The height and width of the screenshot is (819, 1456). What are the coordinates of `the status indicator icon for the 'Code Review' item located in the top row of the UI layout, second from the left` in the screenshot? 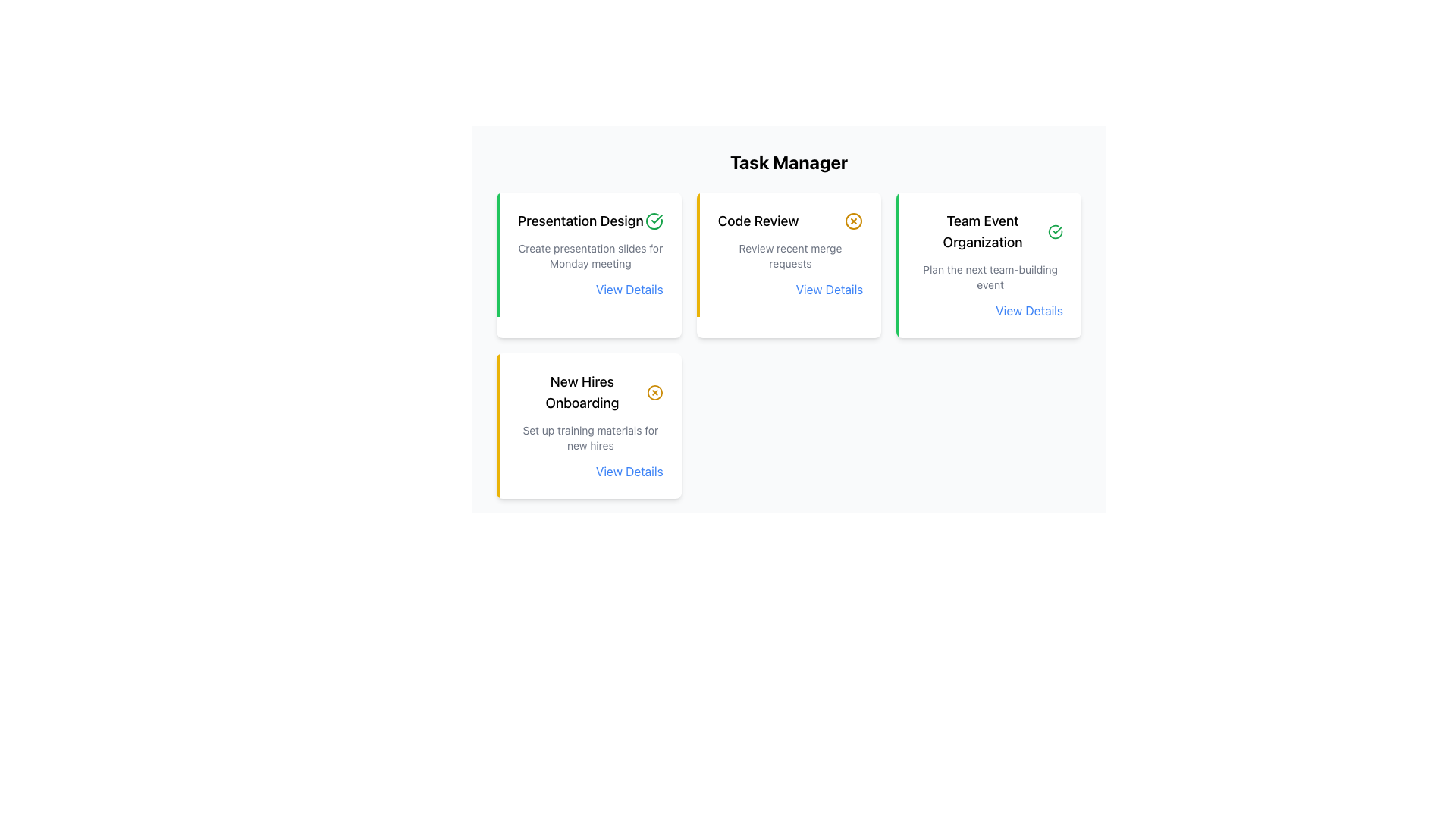 It's located at (854, 221).